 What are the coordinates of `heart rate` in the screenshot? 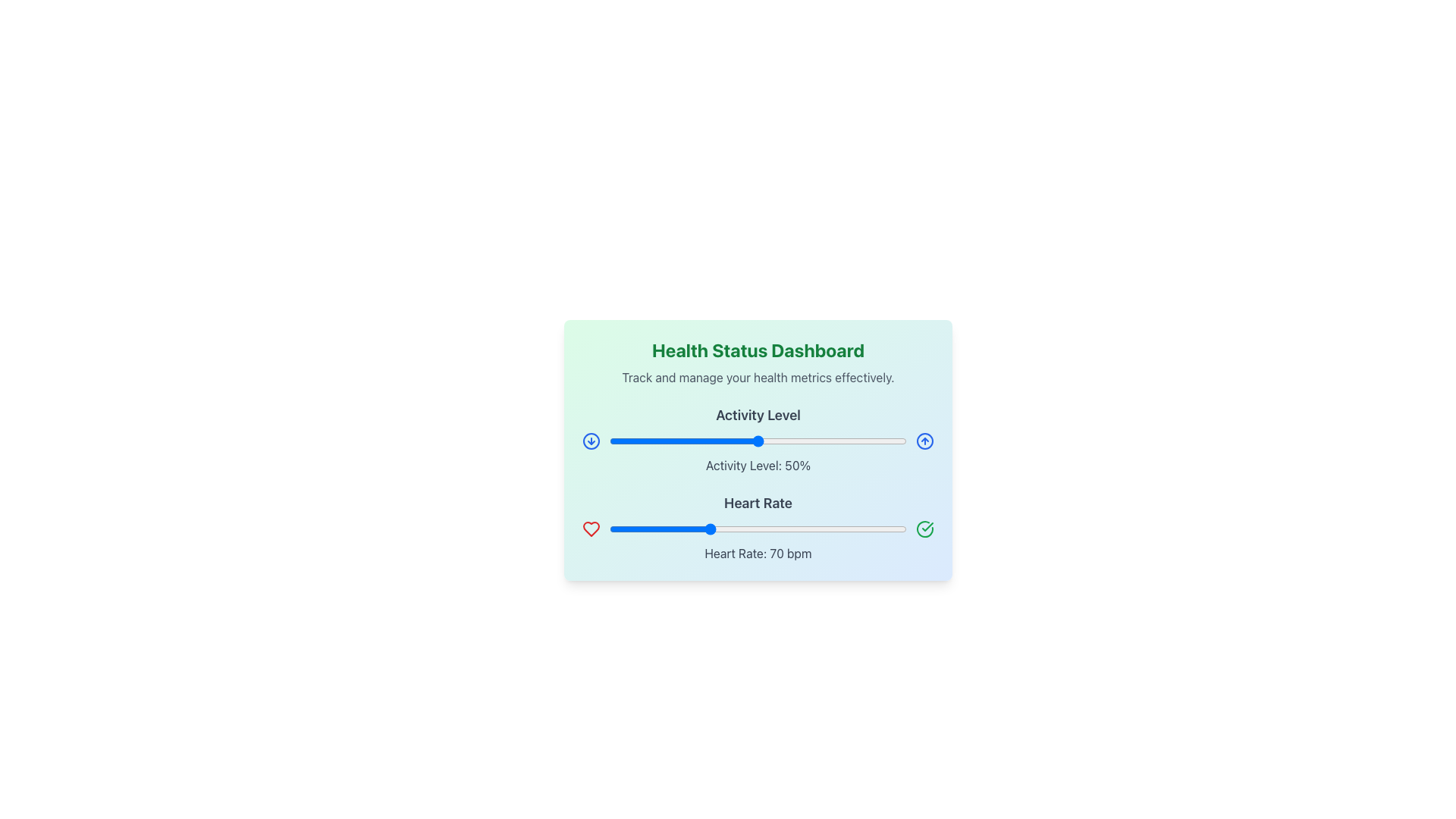 It's located at (647, 529).